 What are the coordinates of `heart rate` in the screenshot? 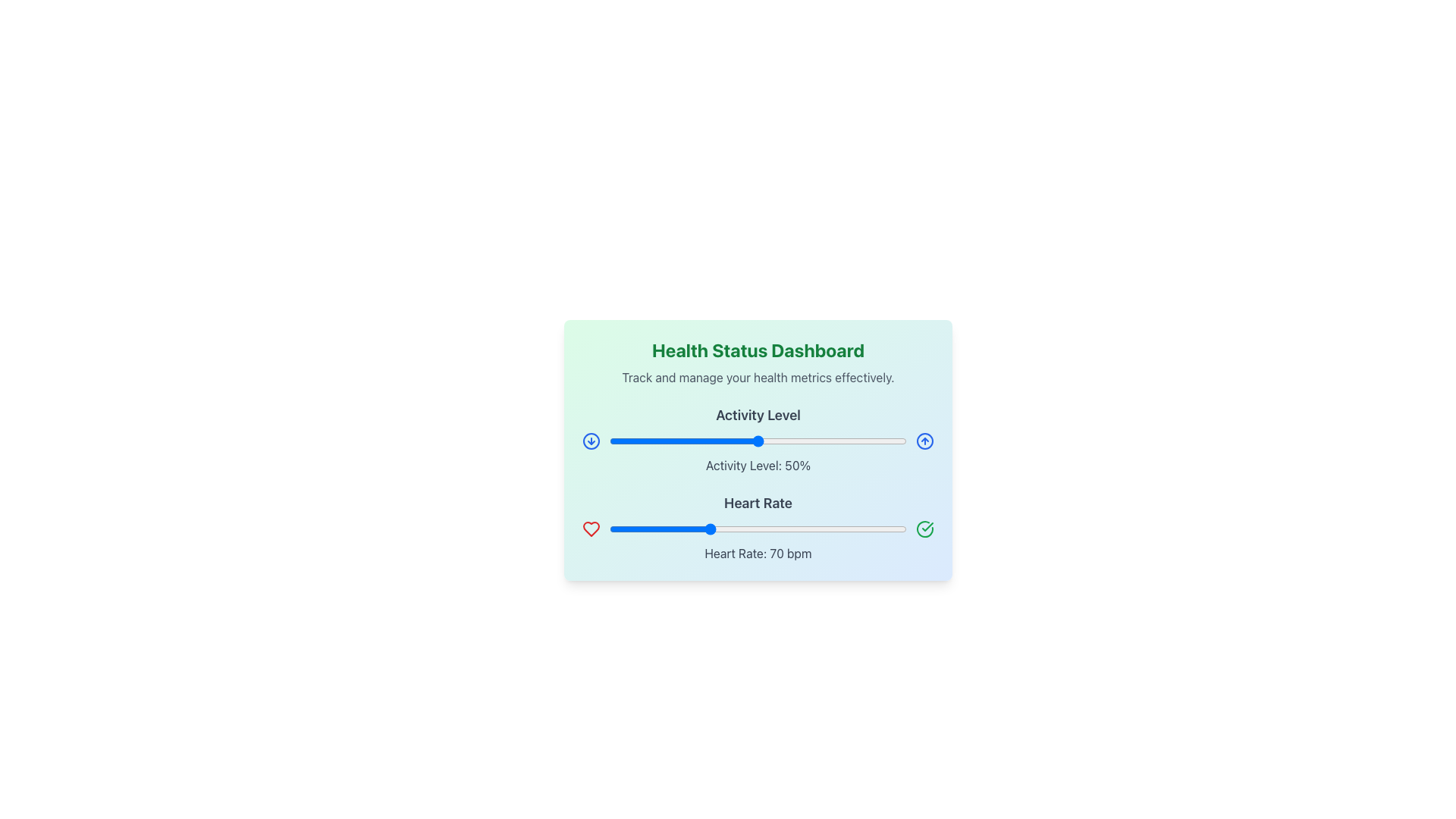 It's located at (647, 529).